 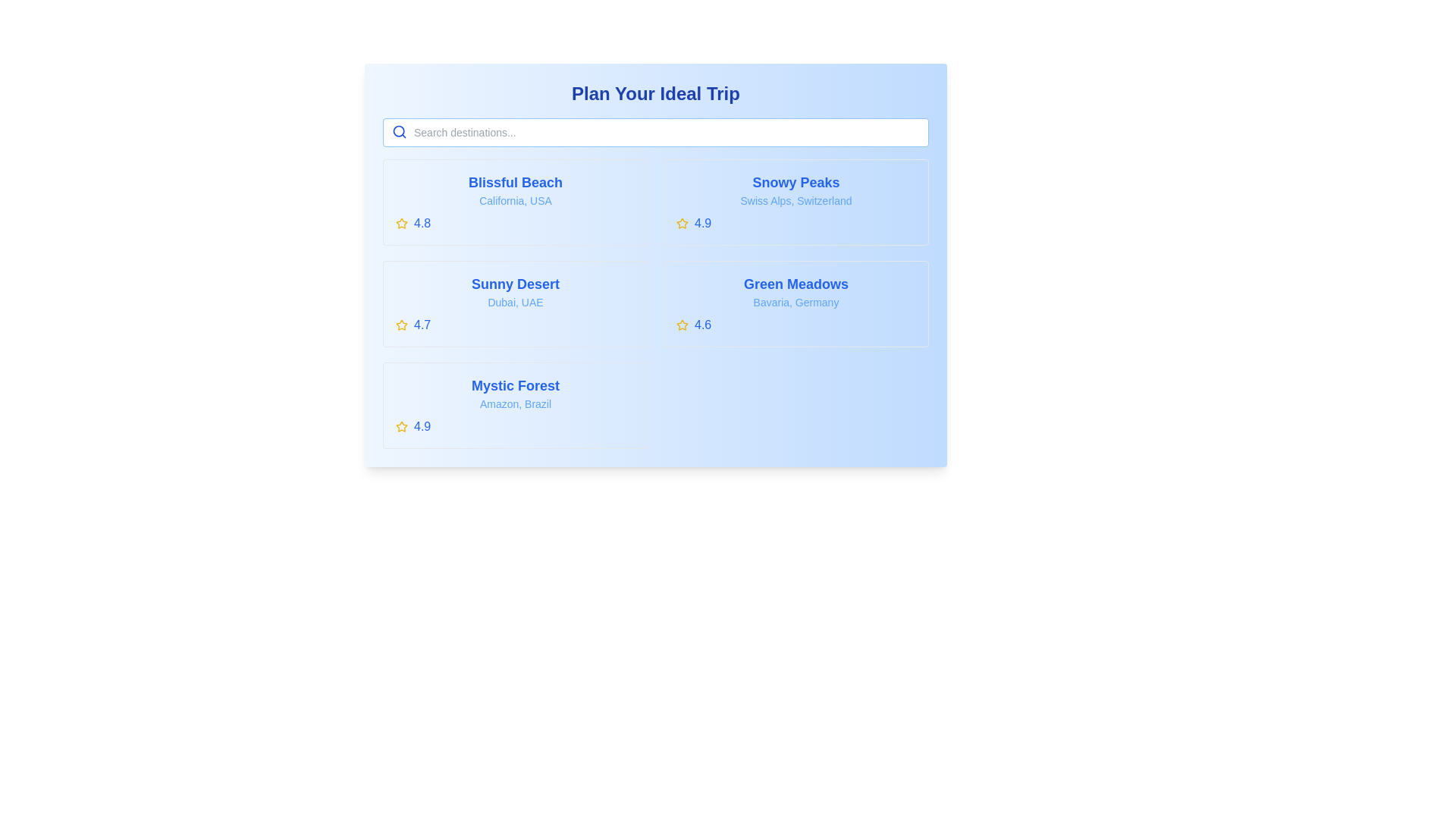 What do you see at coordinates (422, 223) in the screenshot?
I see `numeric rating displayed in the text label associated with the 'Blissful Beach' destination, which is positioned directly to the right of the star icon in the top-left section of the interface` at bounding box center [422, 223].